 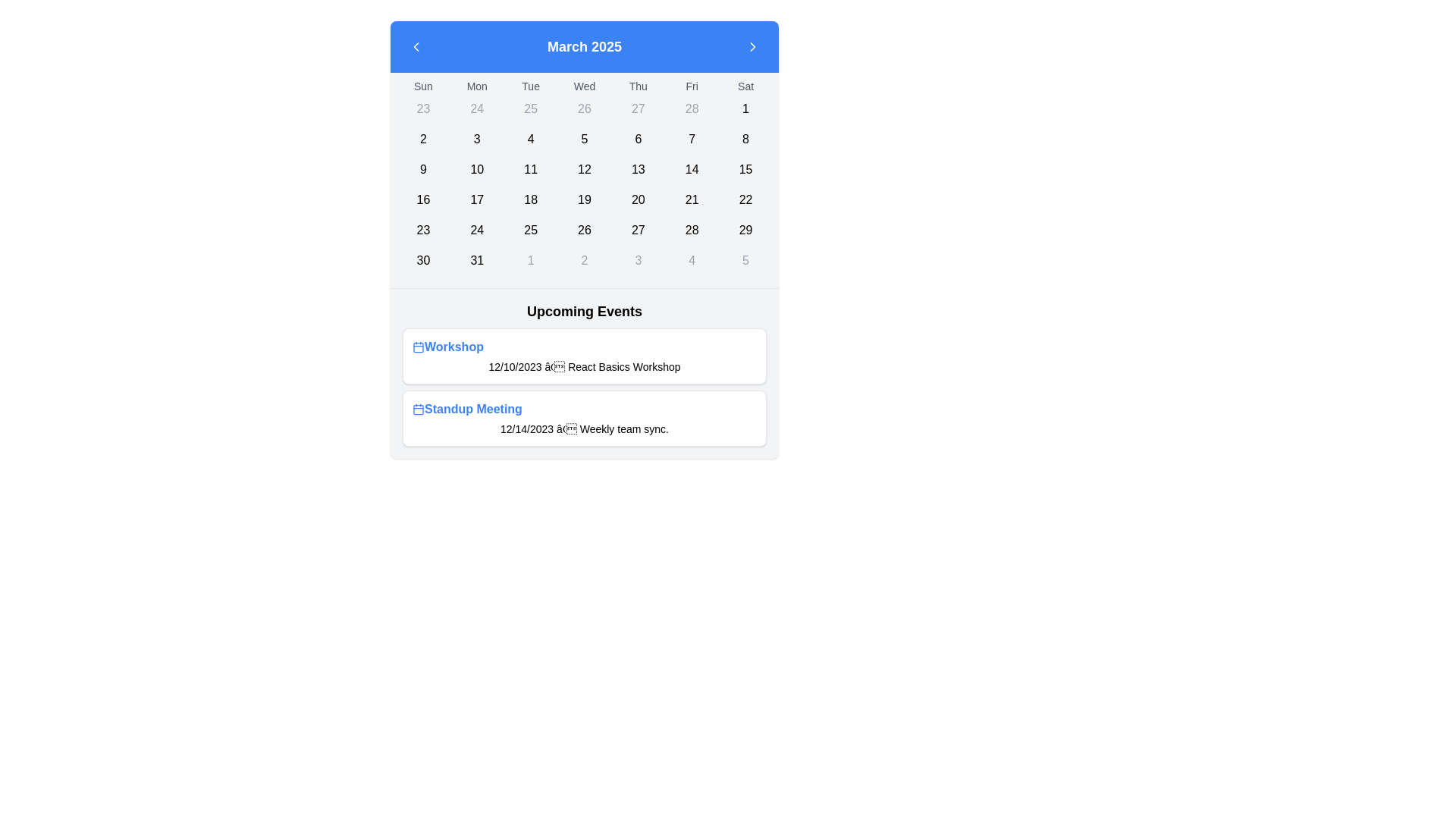 I want to click on the date '14' button in the calendar, so click(x=691, y=169).